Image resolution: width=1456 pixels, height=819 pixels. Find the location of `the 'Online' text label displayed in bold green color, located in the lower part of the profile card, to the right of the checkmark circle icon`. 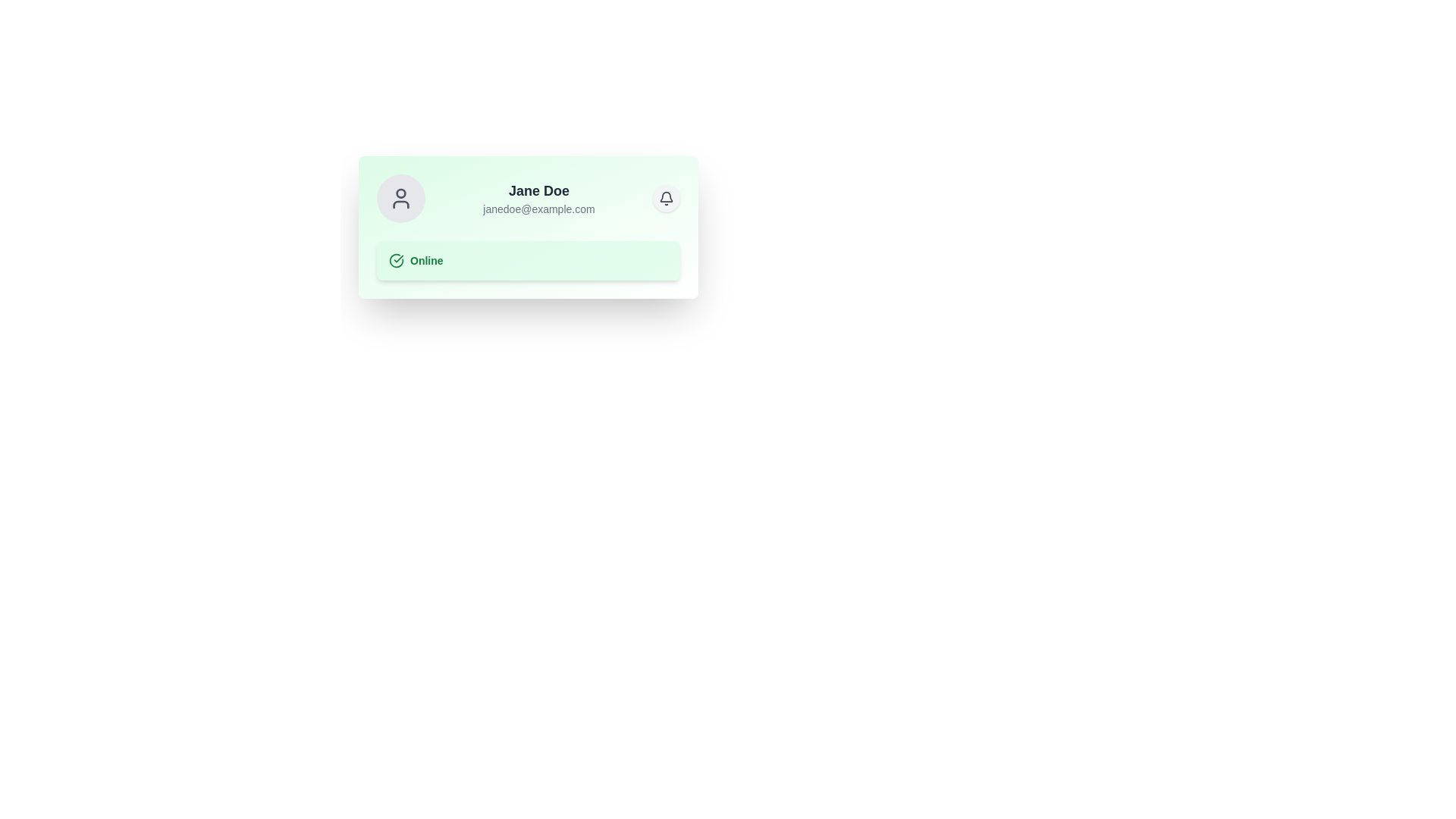

the 'Online' text label displayed in bold green color, located in the lower part of the profile card, to the right of the checkmark circle icon is located at coordinates (425, 259).